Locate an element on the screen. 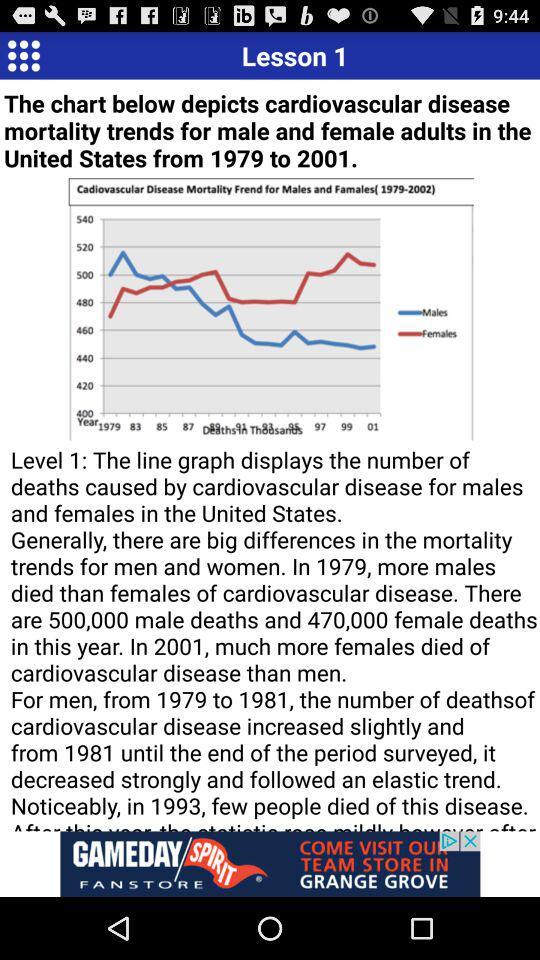  advertiser is located at coordinates (270, 863).